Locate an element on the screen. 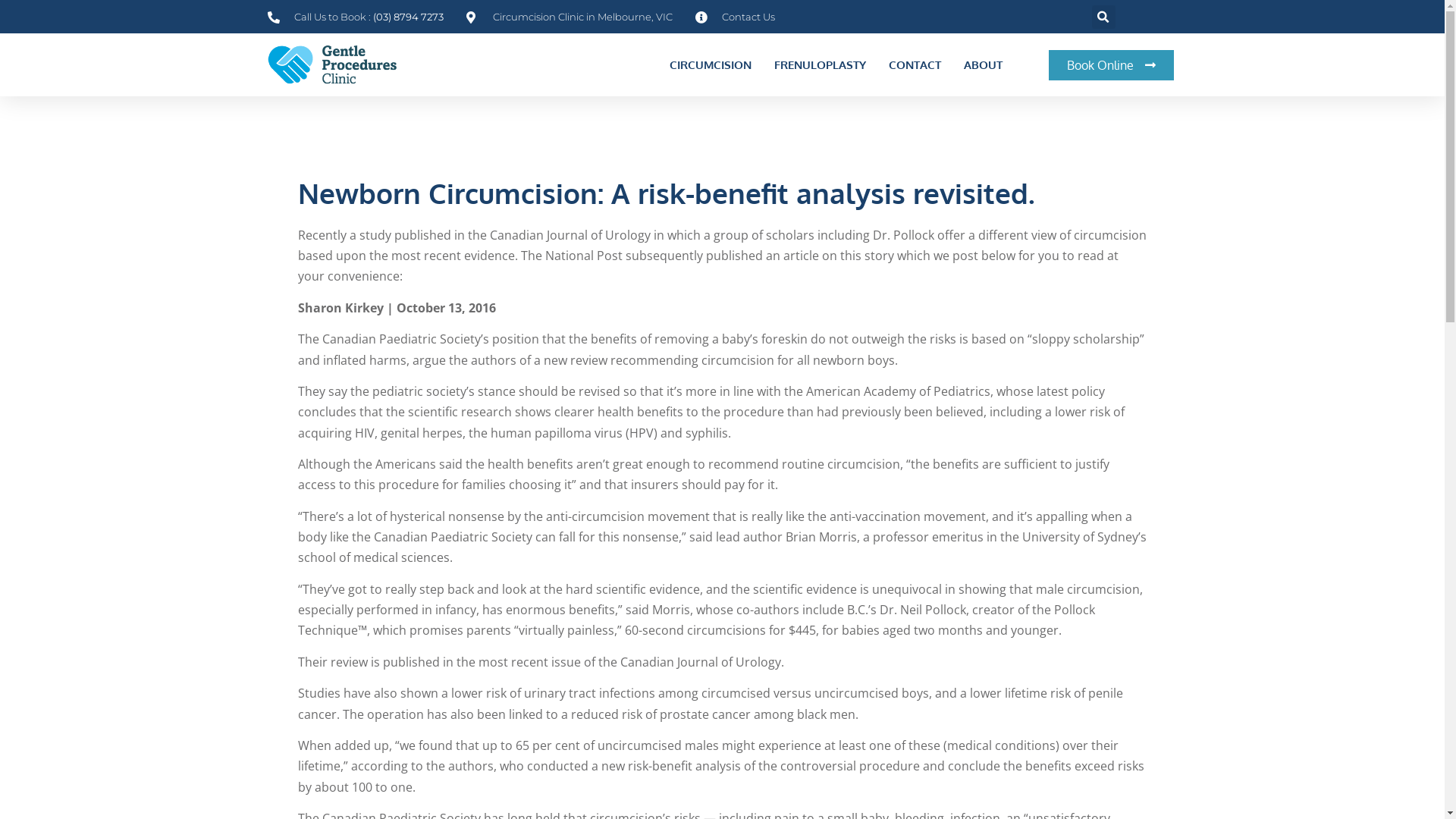  'Book Online' is located at coordinates (1111, 64).